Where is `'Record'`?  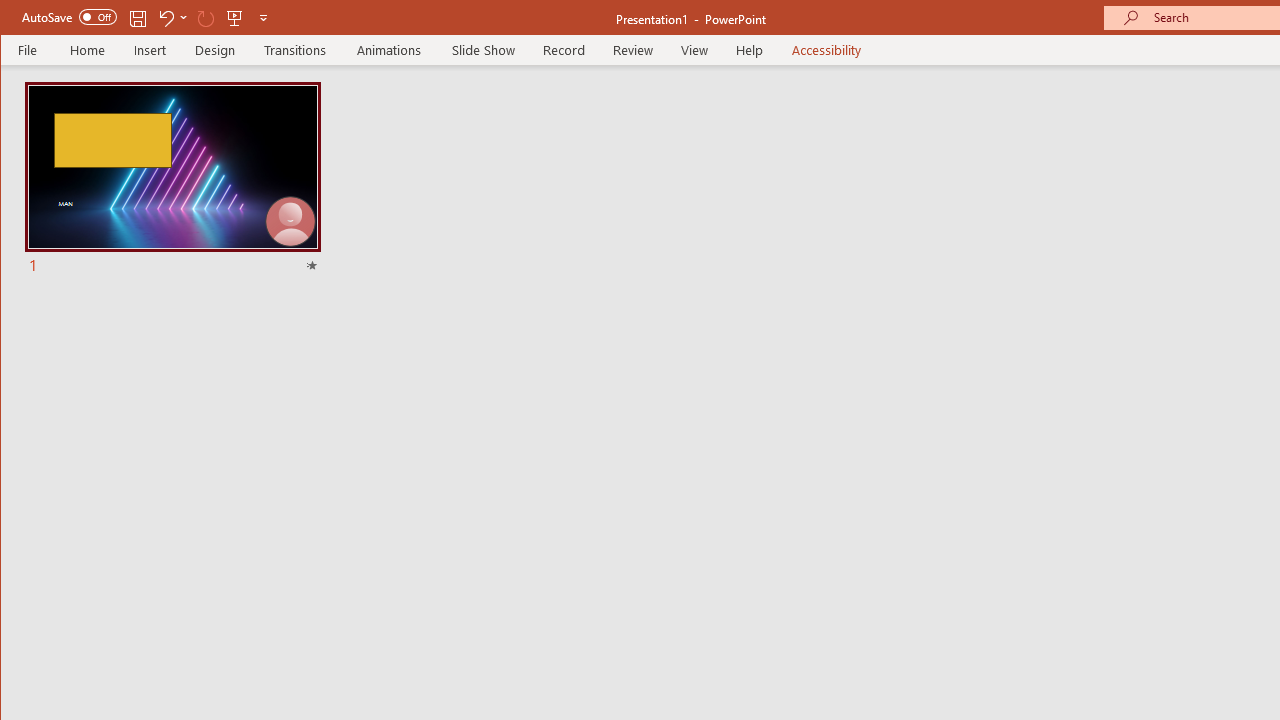 'Record' is located at coordinates (562, 49).